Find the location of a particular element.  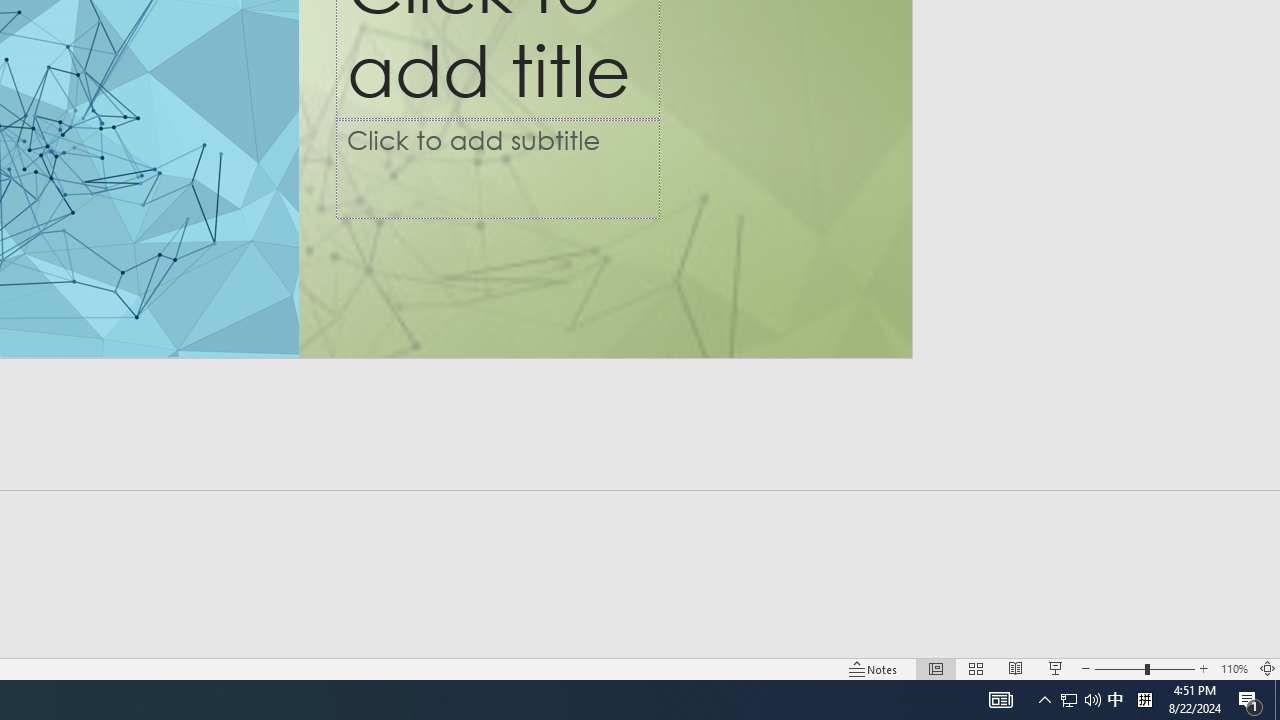

'Zoom' is located at coordinates (1144, 669).